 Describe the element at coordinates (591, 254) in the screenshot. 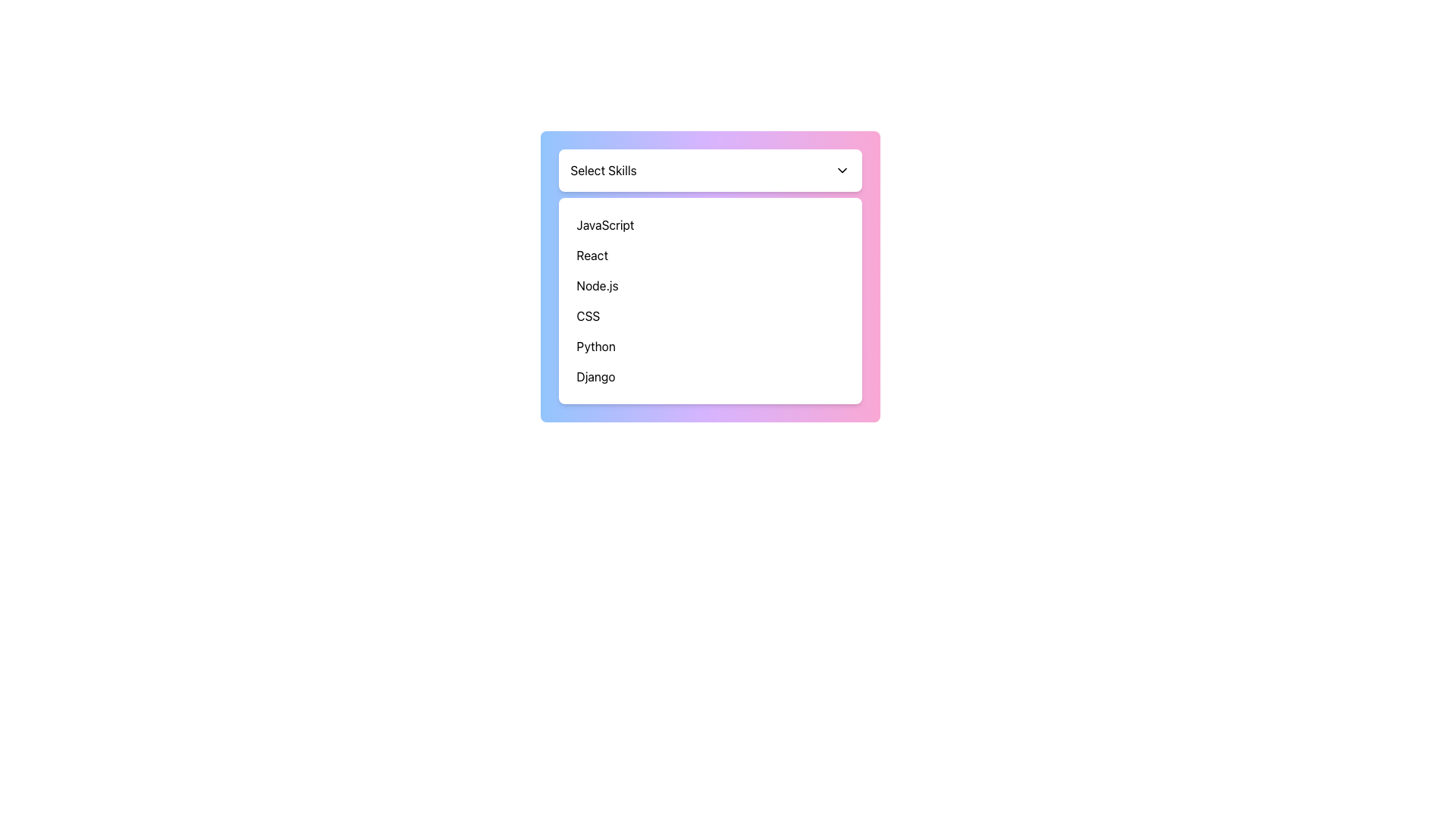

I see `the second item in the dropdown menu that contains the word 'React'` at that location.